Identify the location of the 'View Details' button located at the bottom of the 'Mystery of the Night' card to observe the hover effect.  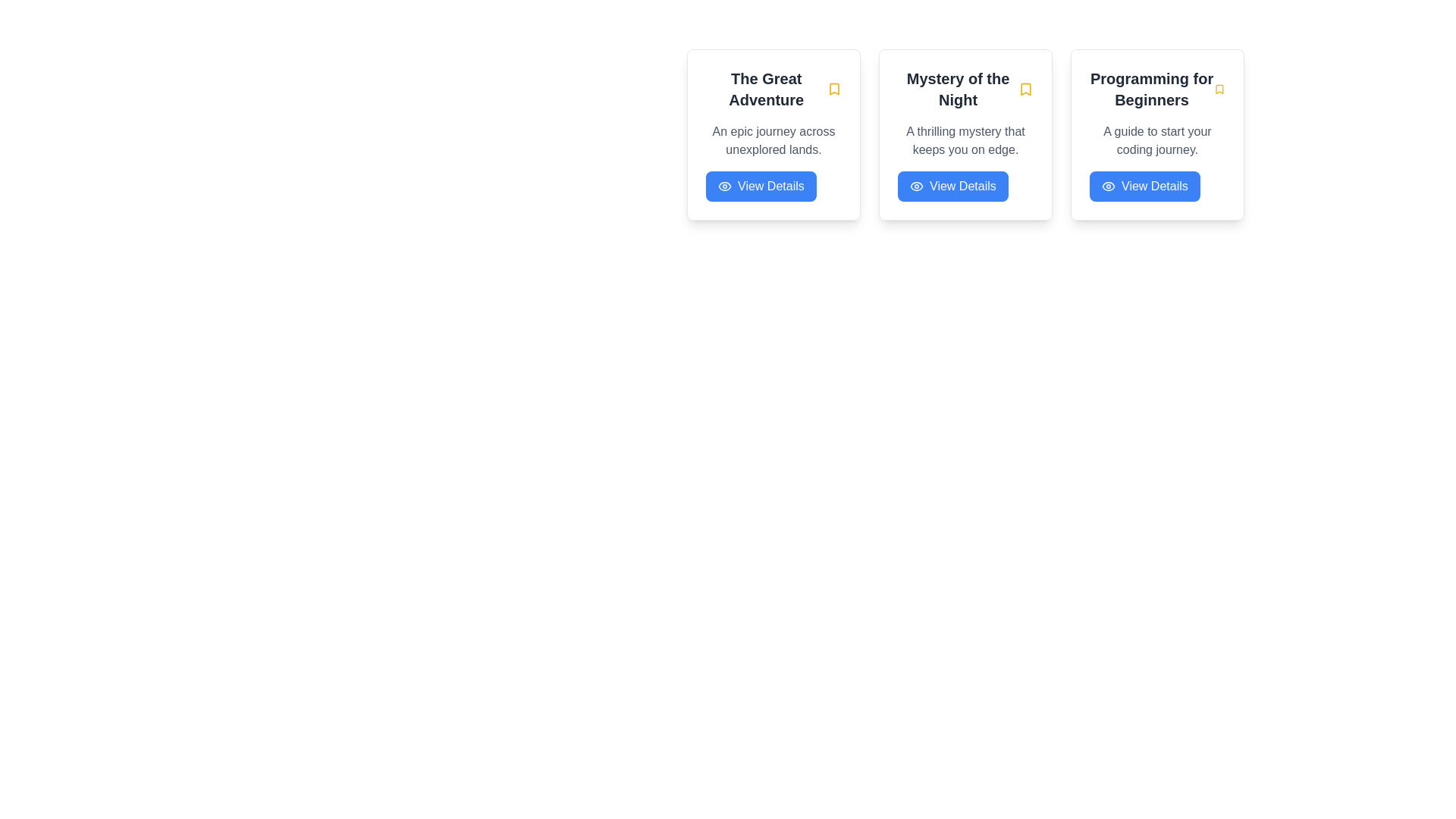
(952, 186).